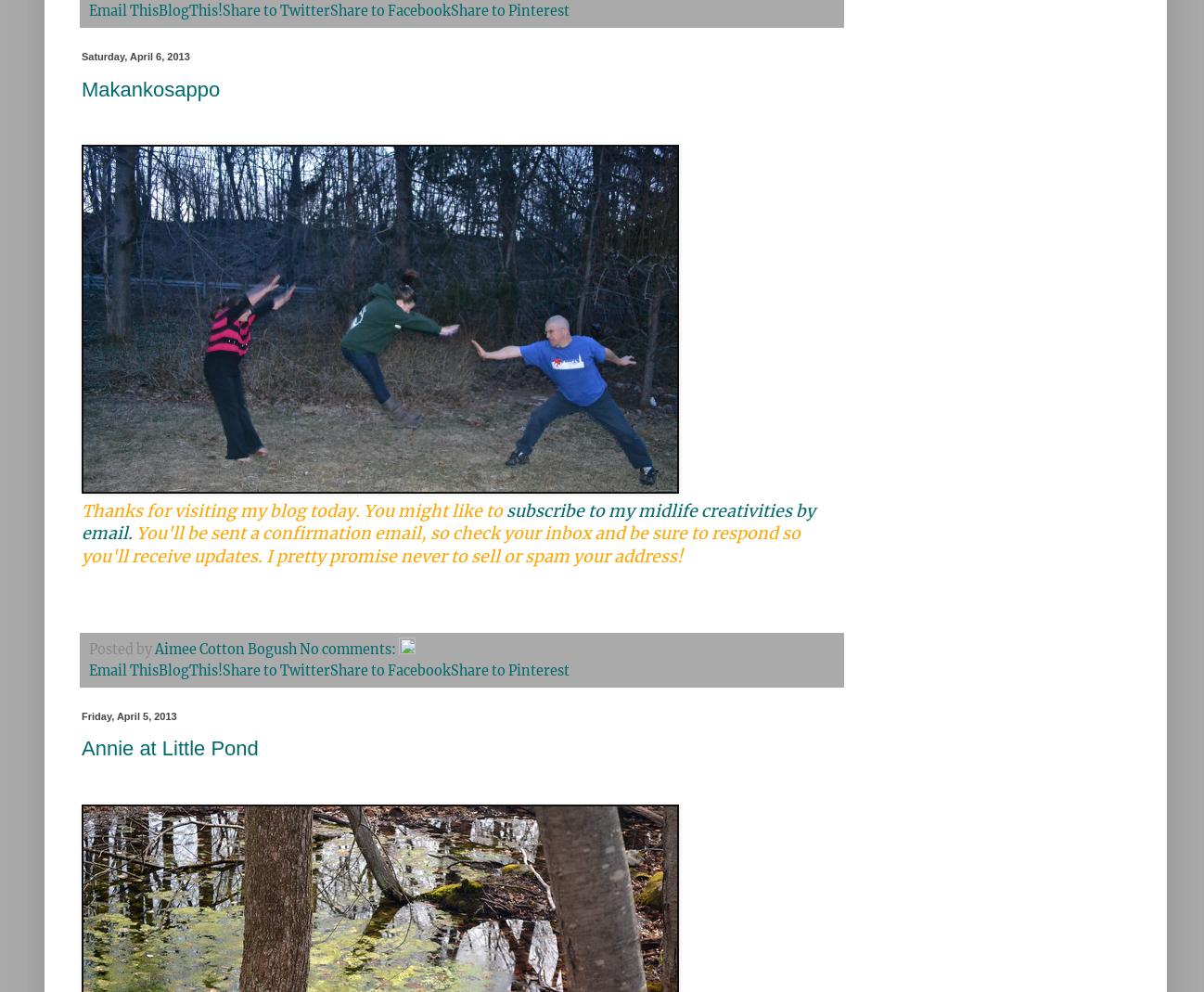  I want to click on 'No comments:', so click(349, 648).